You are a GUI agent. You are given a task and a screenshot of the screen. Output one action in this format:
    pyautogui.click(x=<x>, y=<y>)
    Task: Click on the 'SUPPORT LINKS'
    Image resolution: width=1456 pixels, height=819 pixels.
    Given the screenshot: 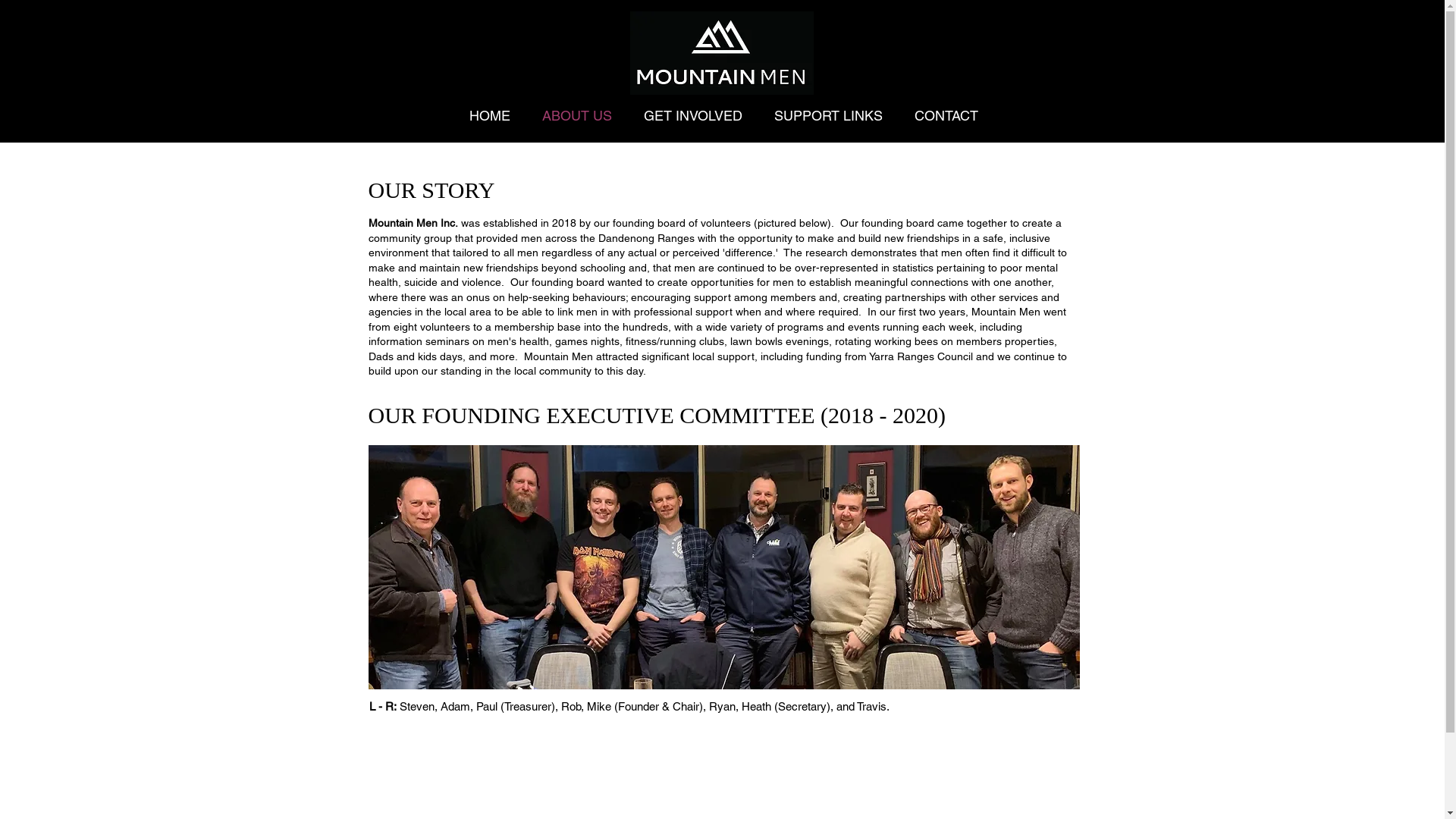 What is the action you would take?
    pyautogui.click(x=827, y=115)
    